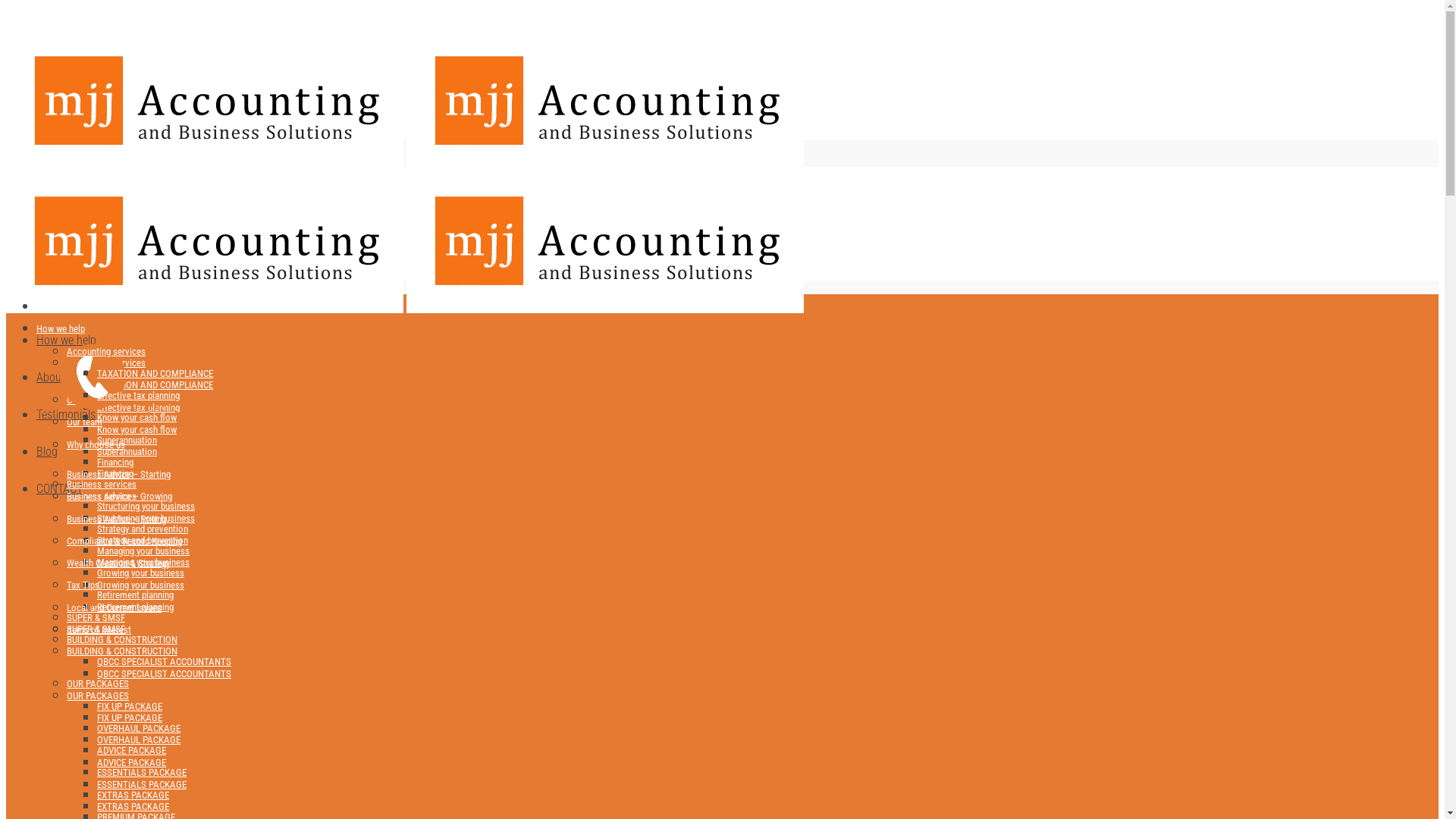 This screenshot has height=819, width=1456. Describe the element at coordinates (83, 422) in the screenshot. I see `'Our team'` at that location.